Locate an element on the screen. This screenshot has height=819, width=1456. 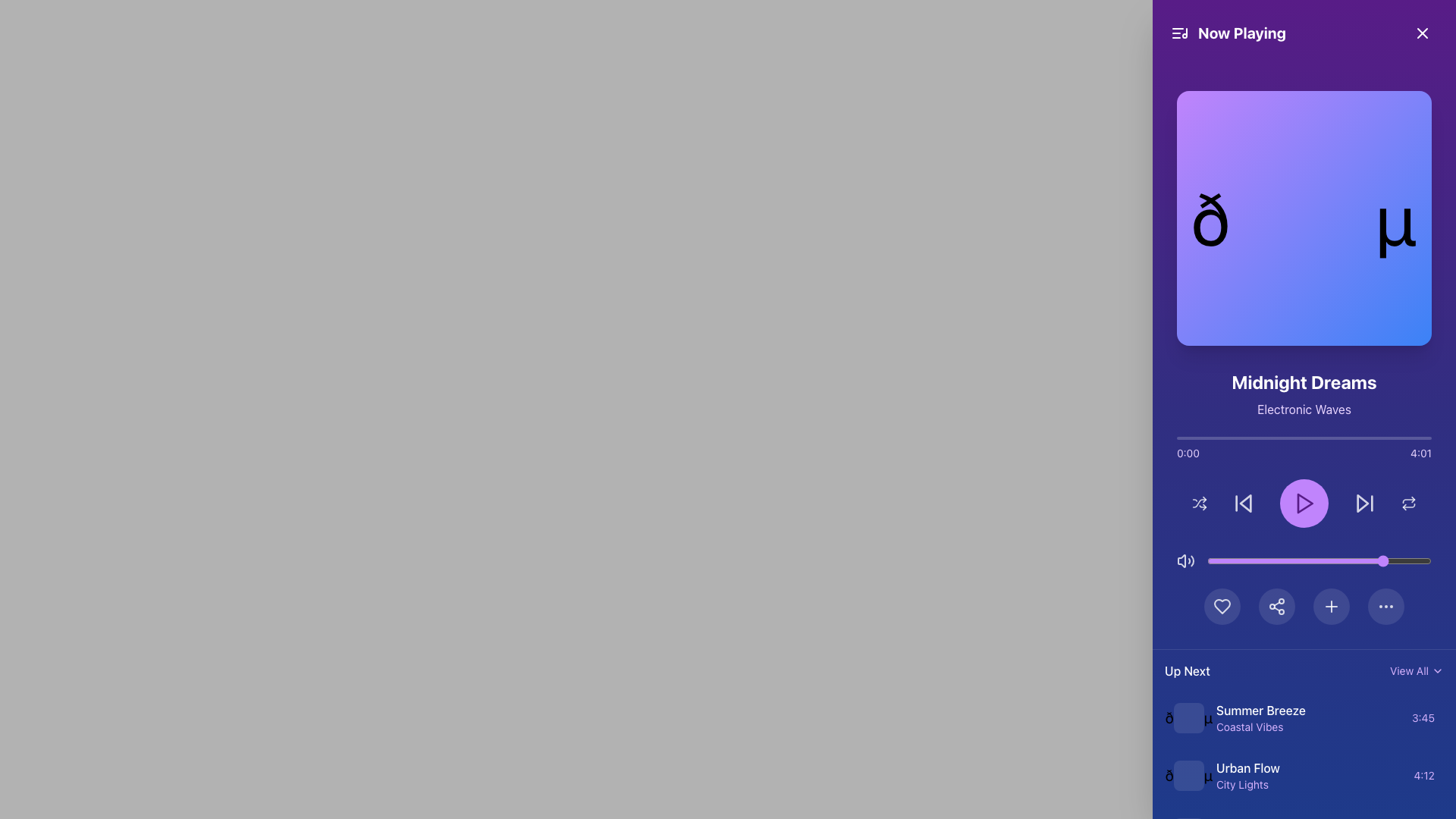
the content of the Text Display showing the title and subtitle of the first song in the 'Up Next' list, located in the music application, positioned between a musical note icon and a timestamp is located at coordinates (1307, 717).